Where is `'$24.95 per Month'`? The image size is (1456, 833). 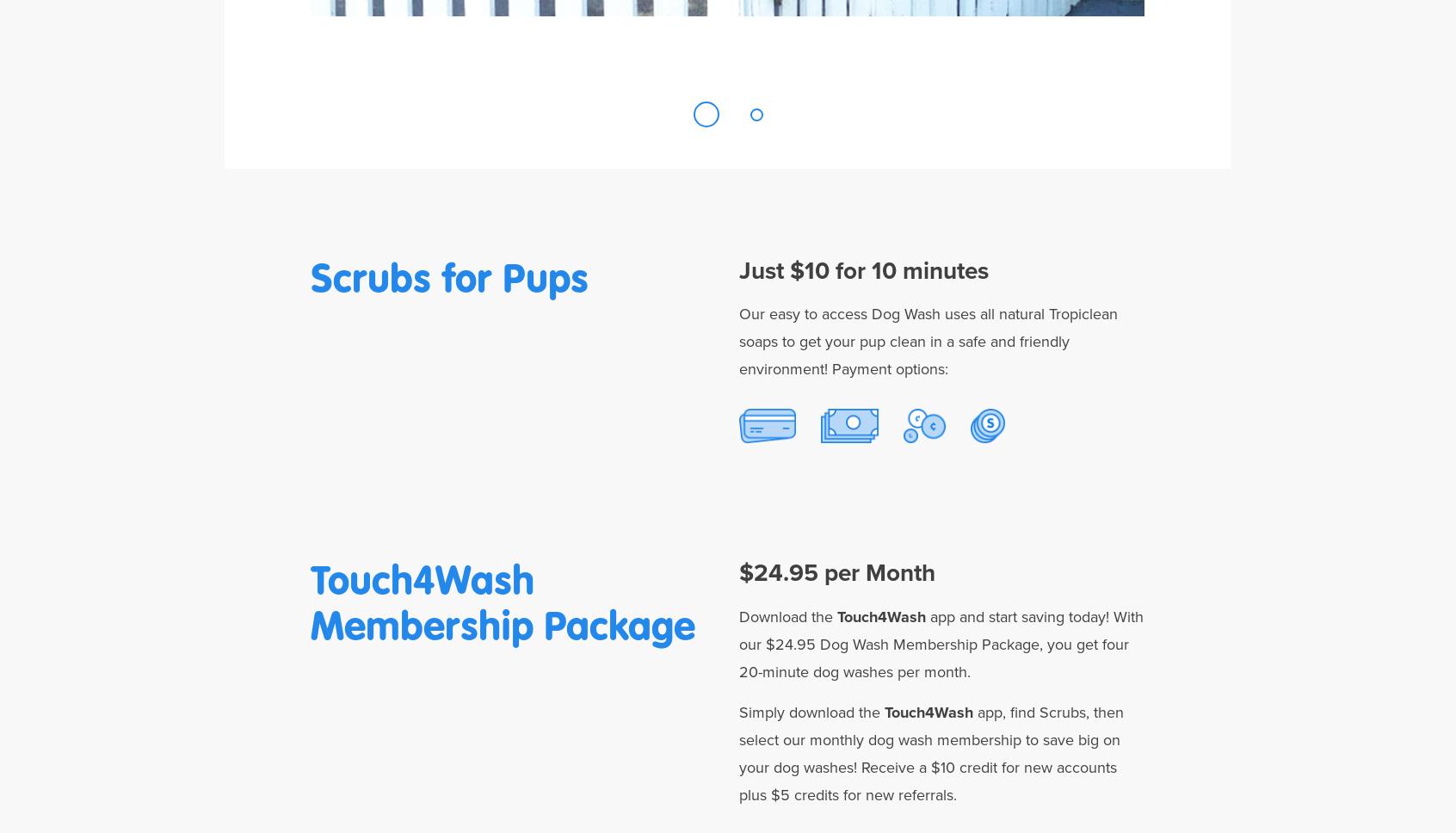
'$24.95 per Month' is located at coordinates (837, 572).